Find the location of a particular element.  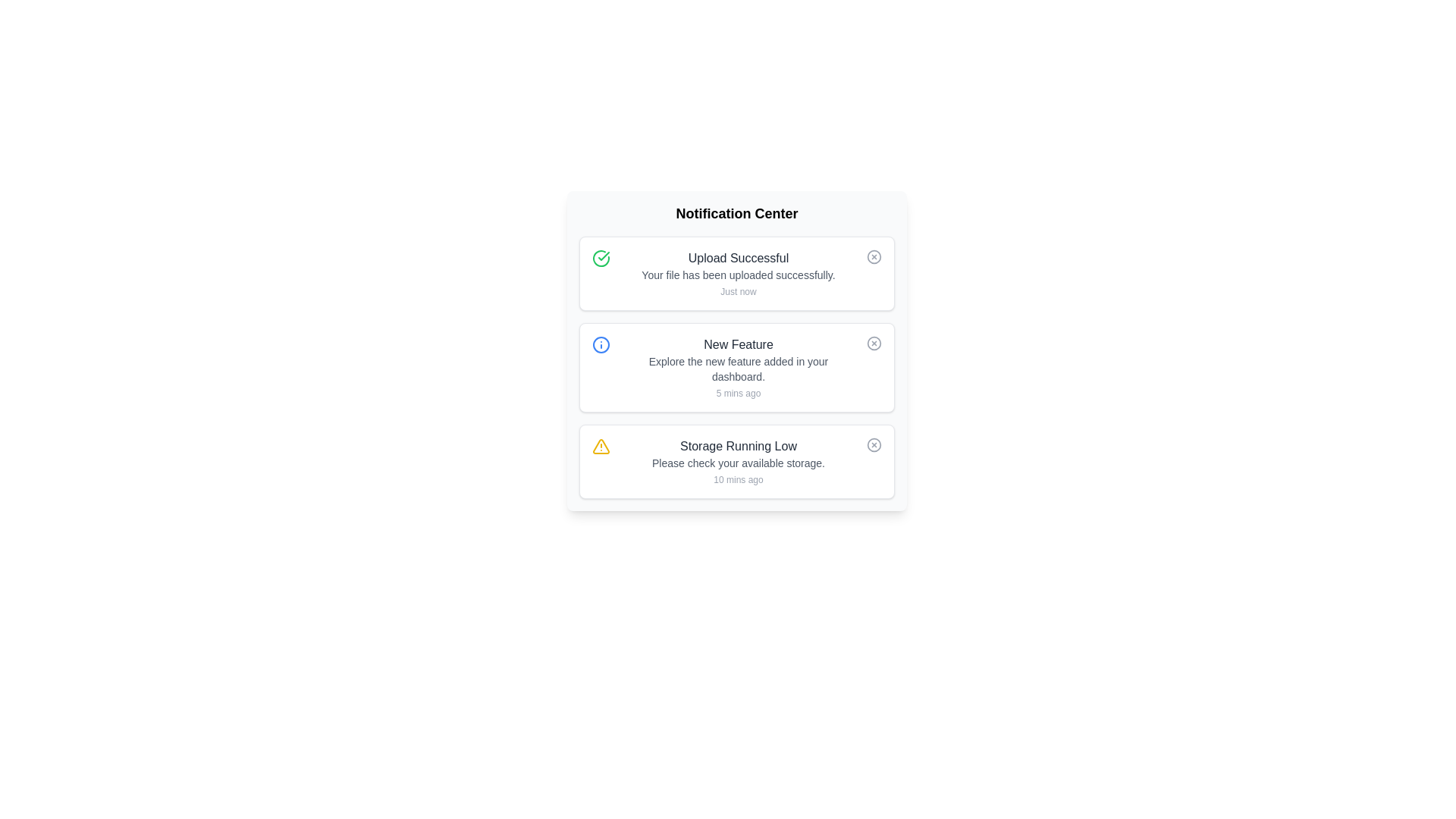

message displayed in the third notification of the notification center indicating low storage is located at coordinates (739, 461).